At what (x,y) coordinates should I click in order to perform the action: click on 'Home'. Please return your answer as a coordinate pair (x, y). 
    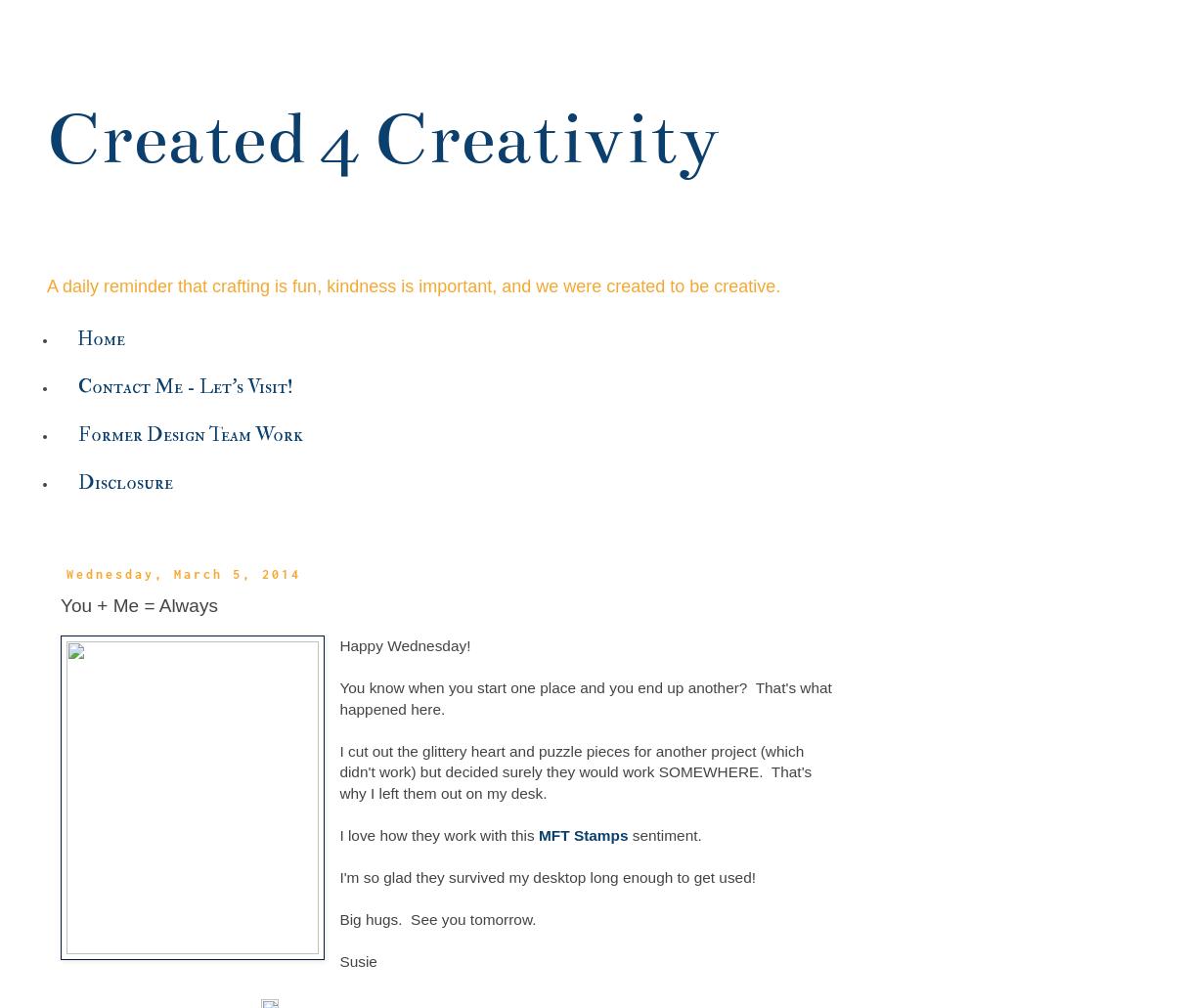
    Looking at the image, I should click on (101, 337).